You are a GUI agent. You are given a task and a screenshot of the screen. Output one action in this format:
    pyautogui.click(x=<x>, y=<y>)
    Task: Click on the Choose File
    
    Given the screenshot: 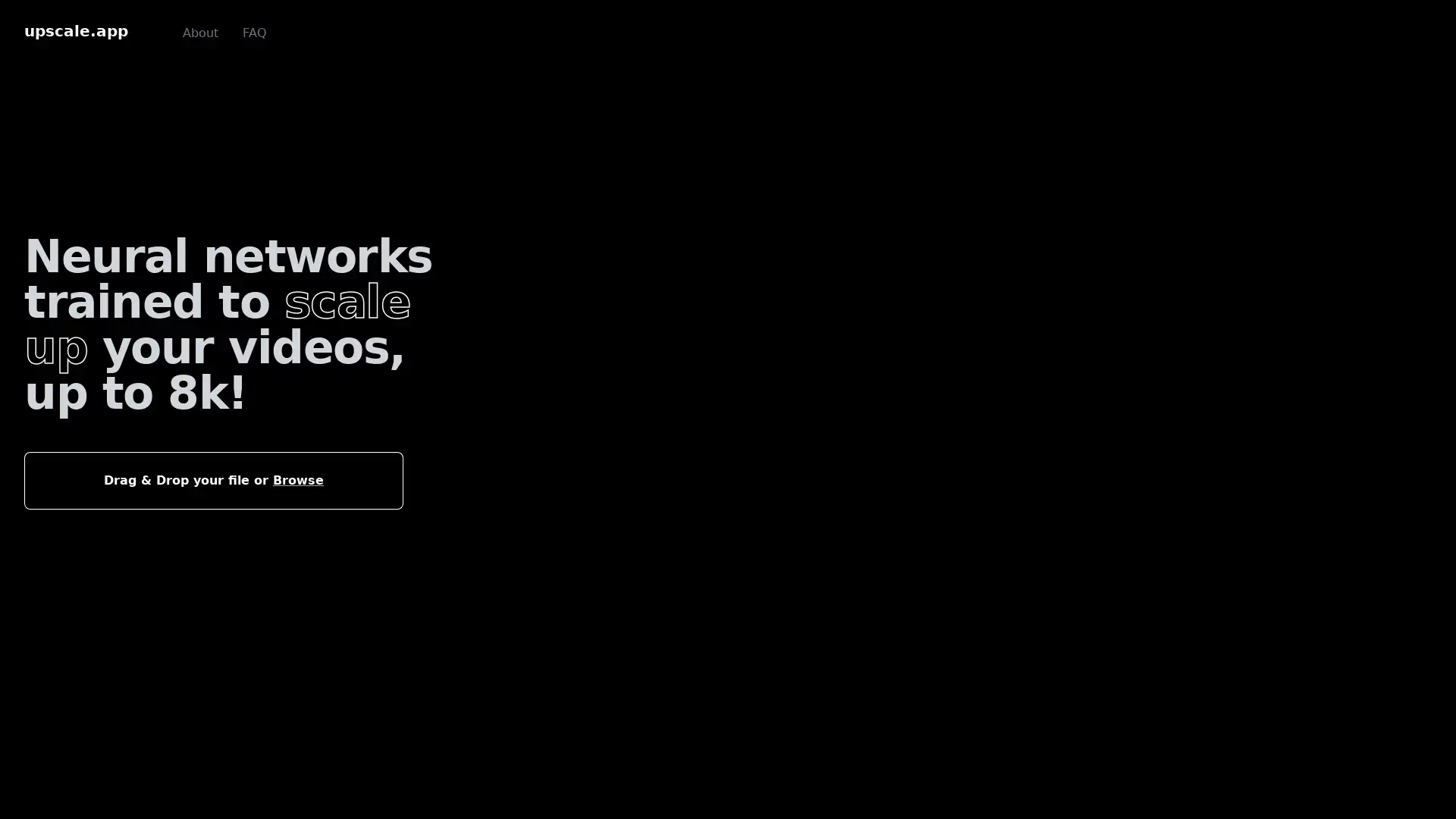 What is the action you would take?
    pyautogui.click(x=30, y=453)
    